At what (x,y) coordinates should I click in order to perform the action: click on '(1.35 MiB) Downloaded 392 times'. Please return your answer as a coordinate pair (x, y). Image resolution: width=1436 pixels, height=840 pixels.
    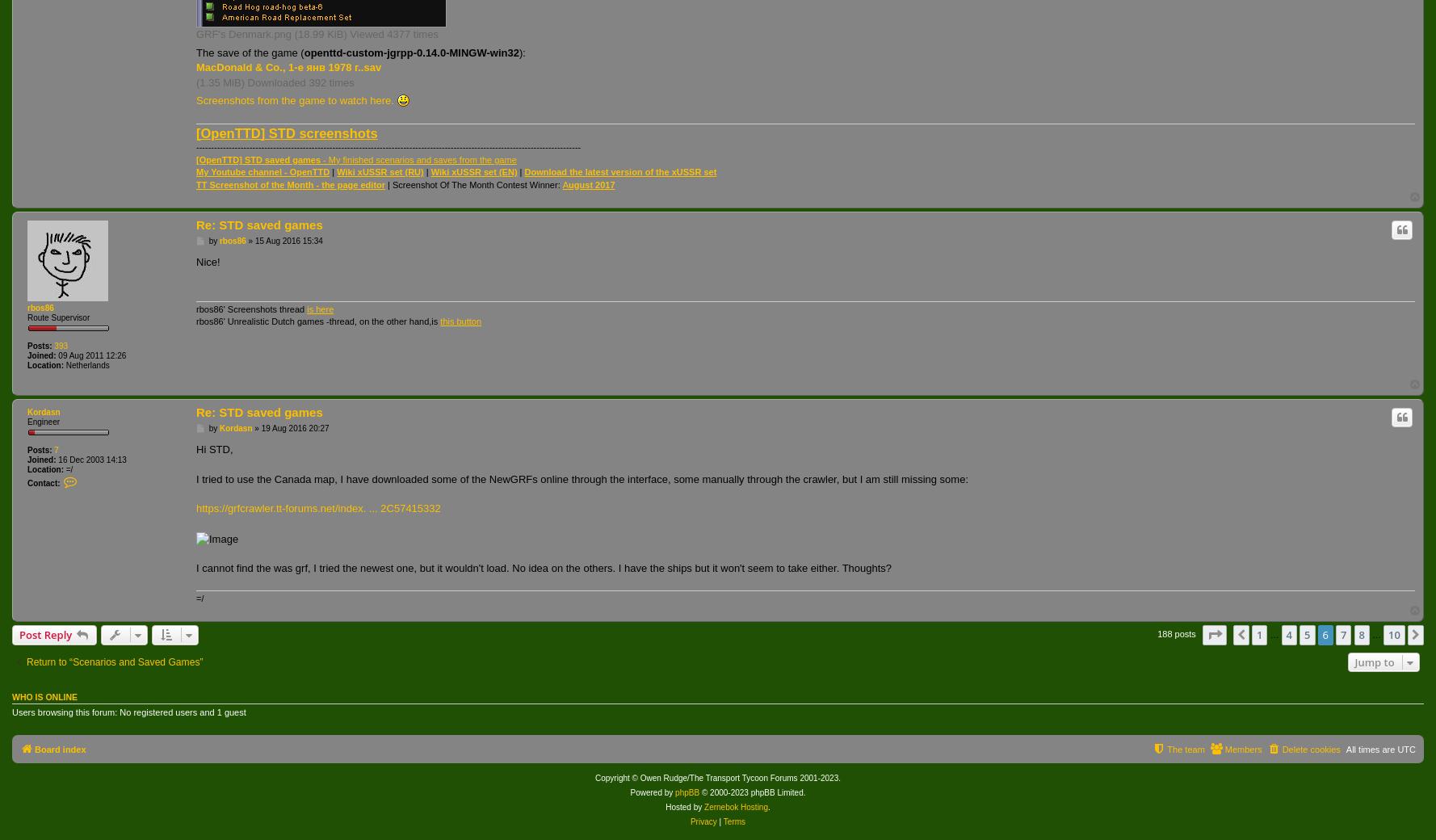
    Looking at the image, I should click on (195, 81).